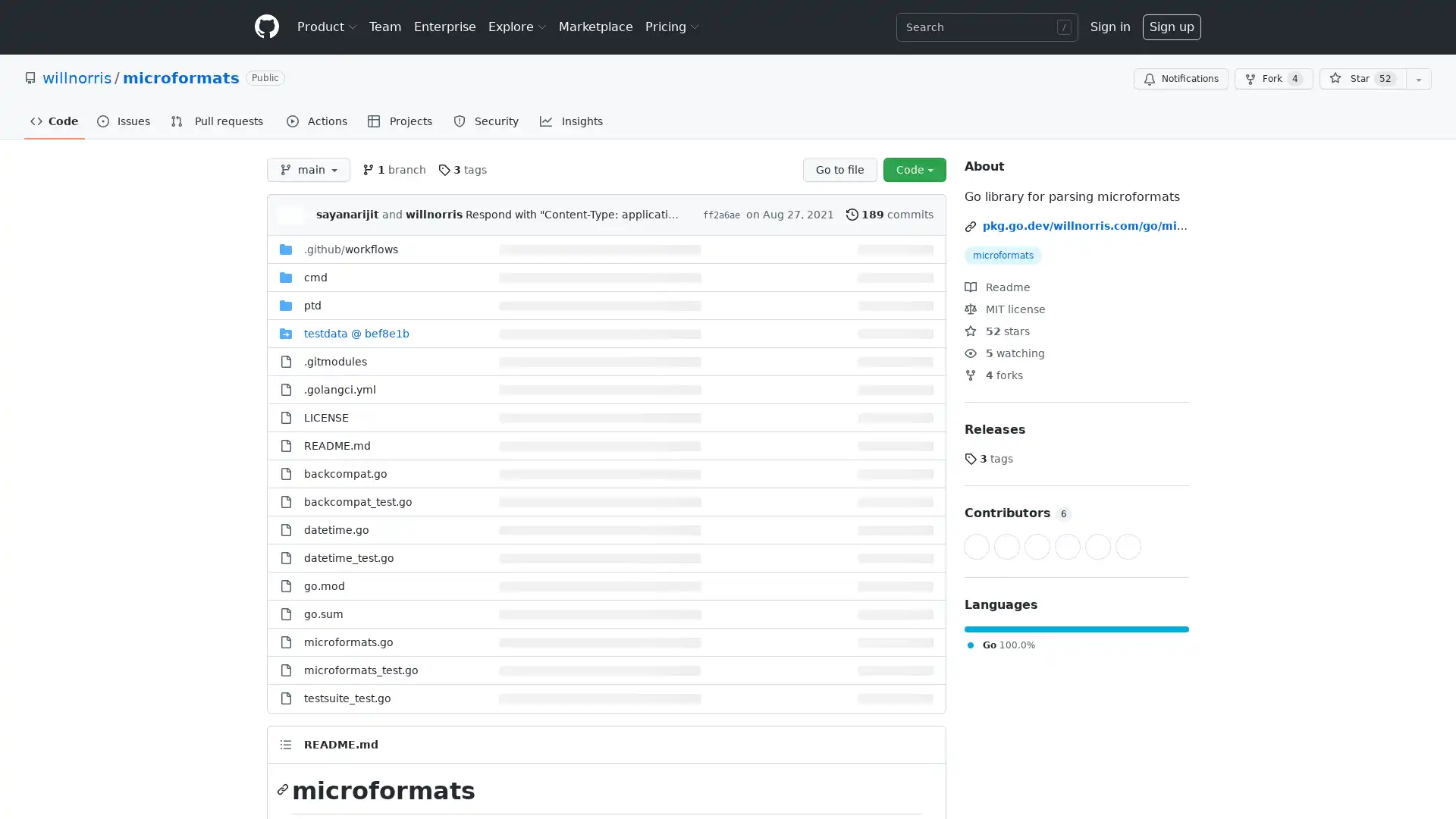  Describe the element at coordinates (1418, 79) in the screenshot. I see `You must be signed in to add this repository to a list` at that location.